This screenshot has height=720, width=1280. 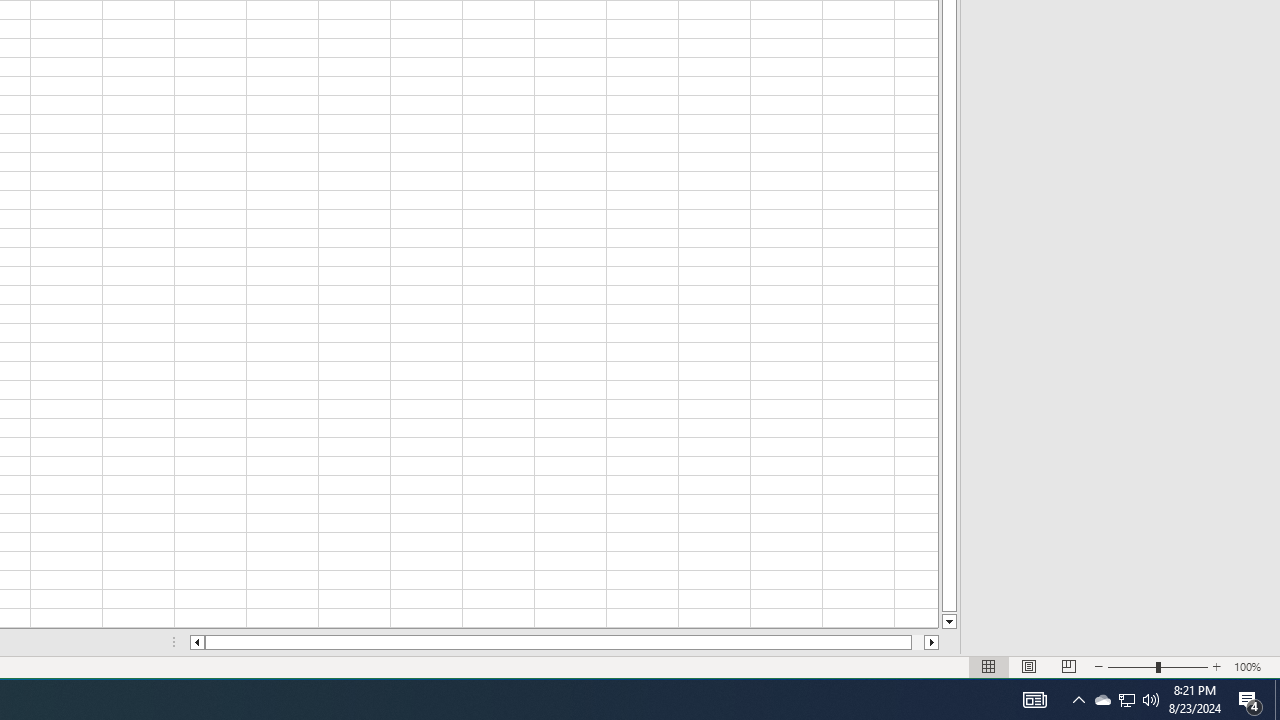 What do you see at coordinates (1127, 698) in the screenshot?
I see `'User Promoted Notification Area'` at bounding box center [1127, 698].